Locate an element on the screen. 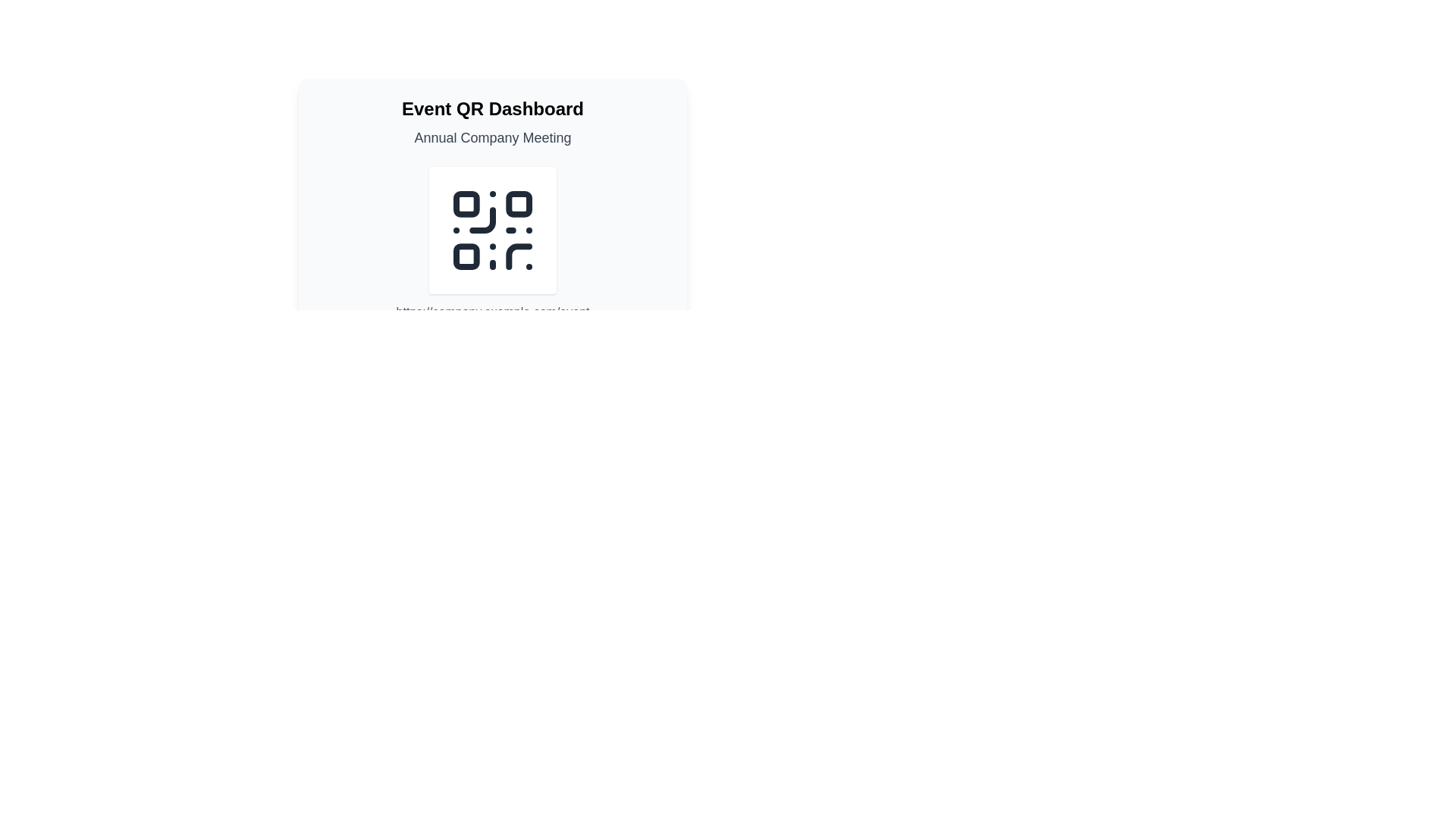  the QR code element located beneath the 'Event QR Dashboard' text and above the link 'https://company.example.com/event' is located at coordinates (492, 231).